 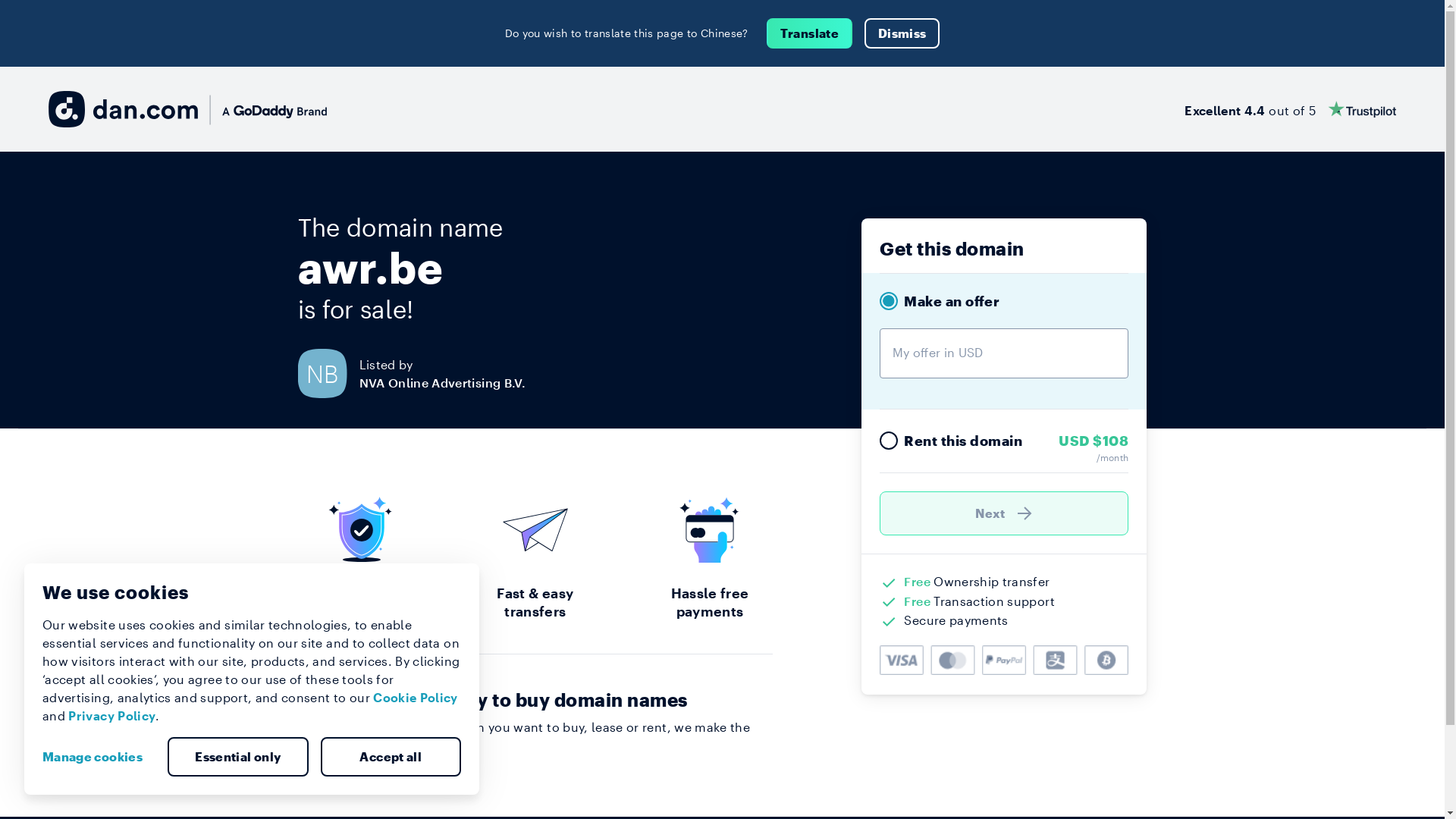 What do you see at coordinates (902, 33) in the screenshot?
I see `'Dismiss'` at bounding box center [902, 33].